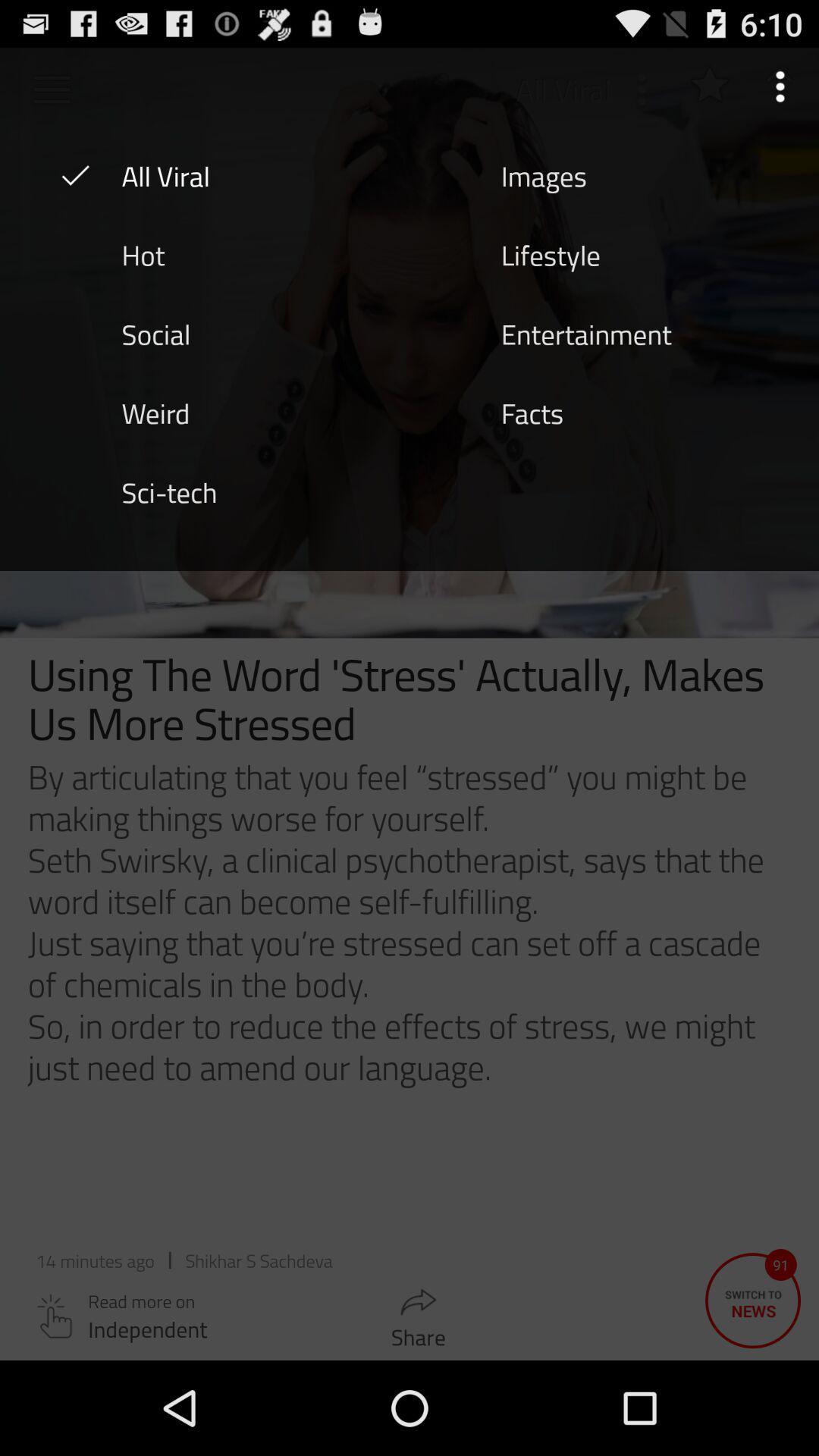 The width and height of the screenshot is (819, 1456). Describe the element at coordinates (543, 174) in the screenshot. I see `the item above lifestyle` at that location.